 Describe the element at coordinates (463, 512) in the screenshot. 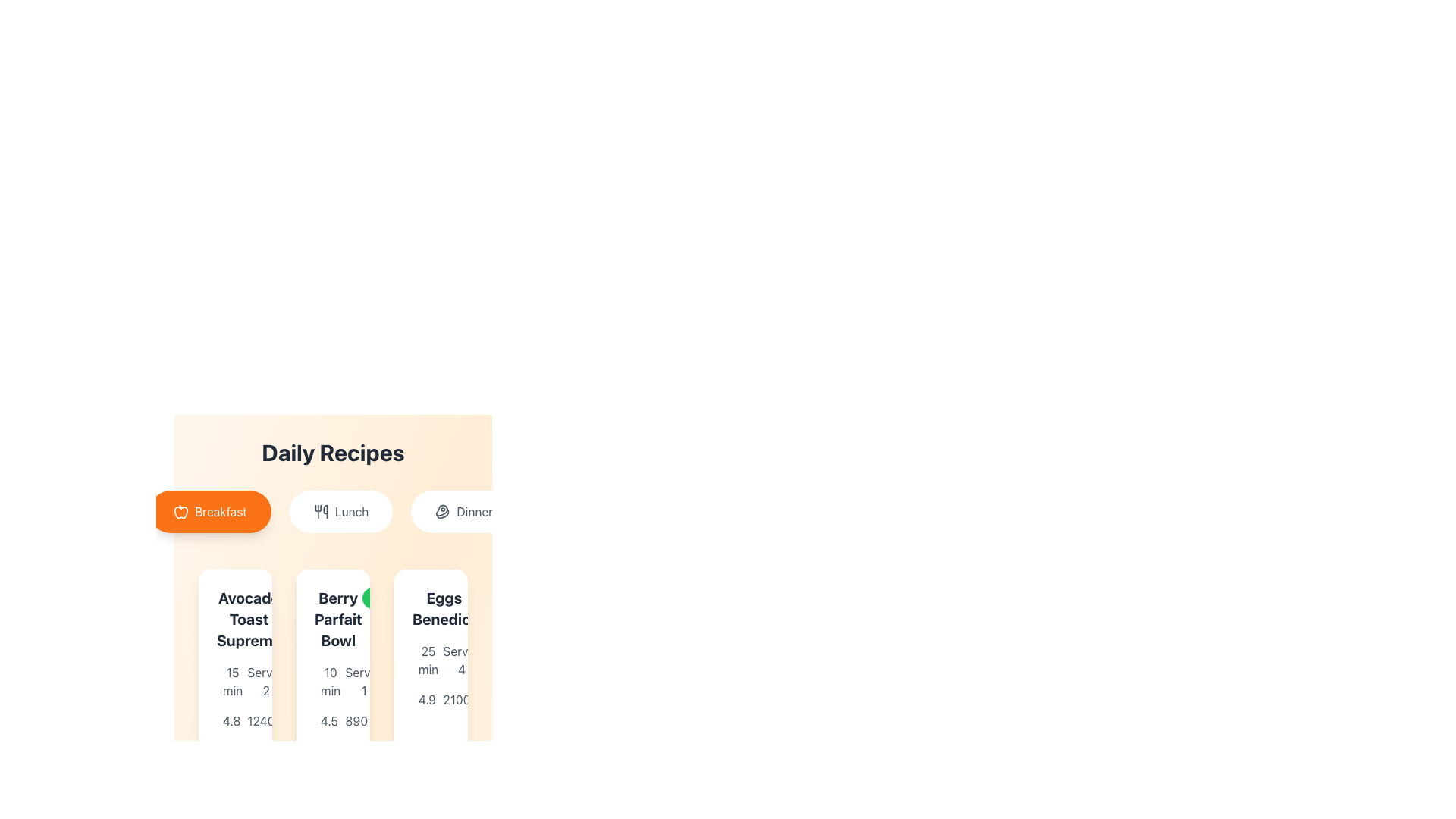

I see `the 'Dinner' button, which is the third button in a row of three horizontally aligned buttons` at that location.